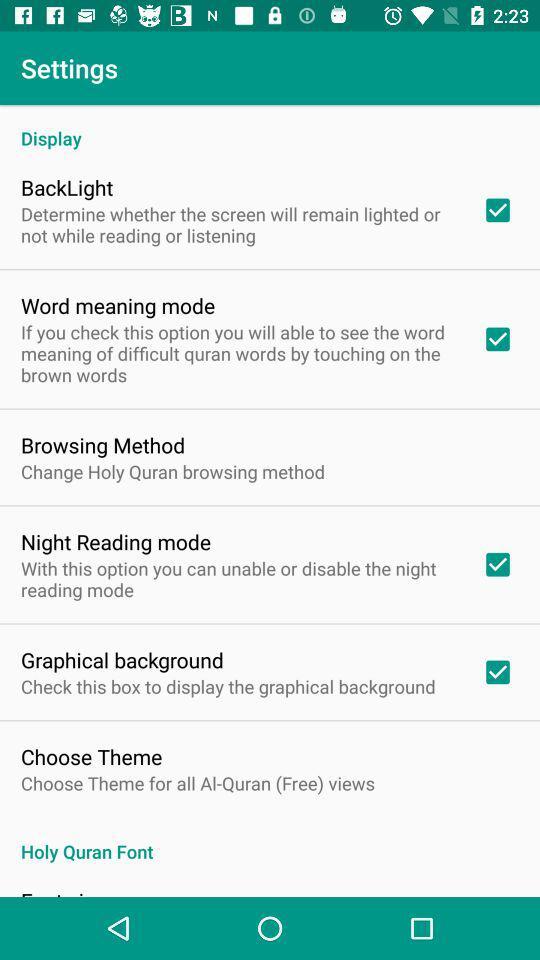 Image resolution: width=540 pixels, height=960 pixels. Describe the element at coordinates (63, 890) in the screenshot. I see `font size icon` at that location.